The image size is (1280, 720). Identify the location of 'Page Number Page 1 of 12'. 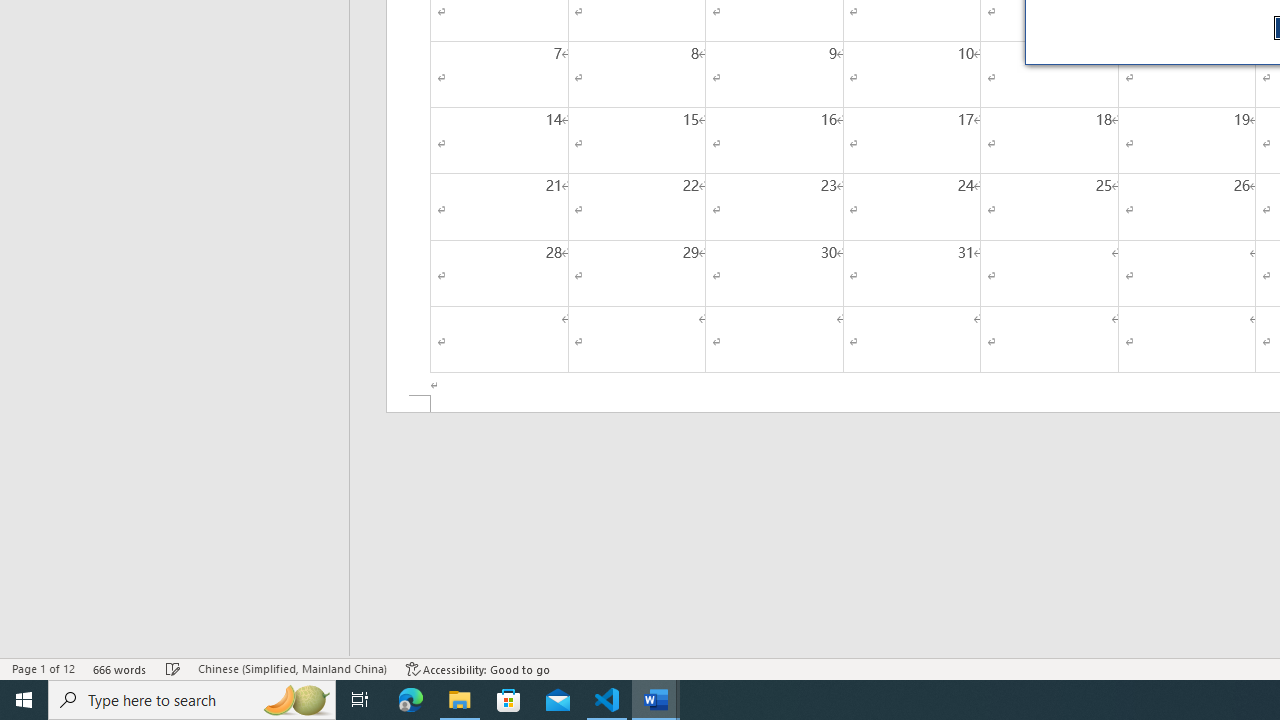
(43, 669).